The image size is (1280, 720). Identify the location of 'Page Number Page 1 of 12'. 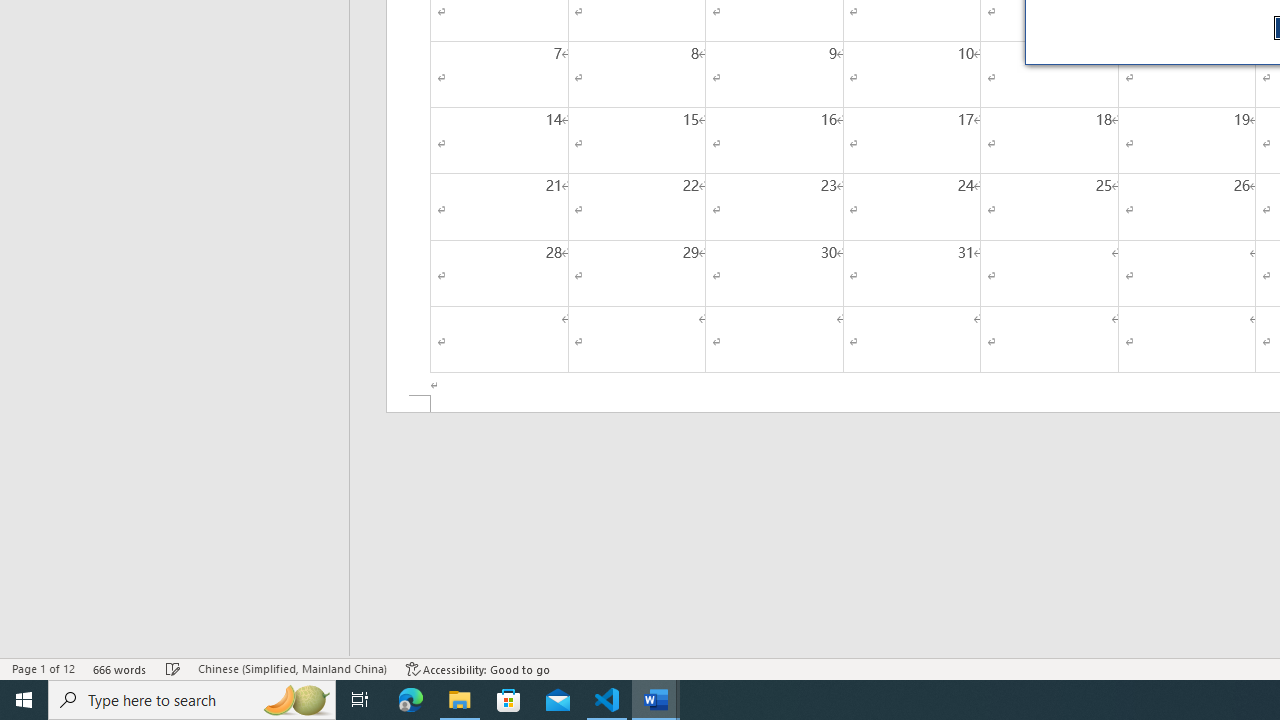
(43, 669).